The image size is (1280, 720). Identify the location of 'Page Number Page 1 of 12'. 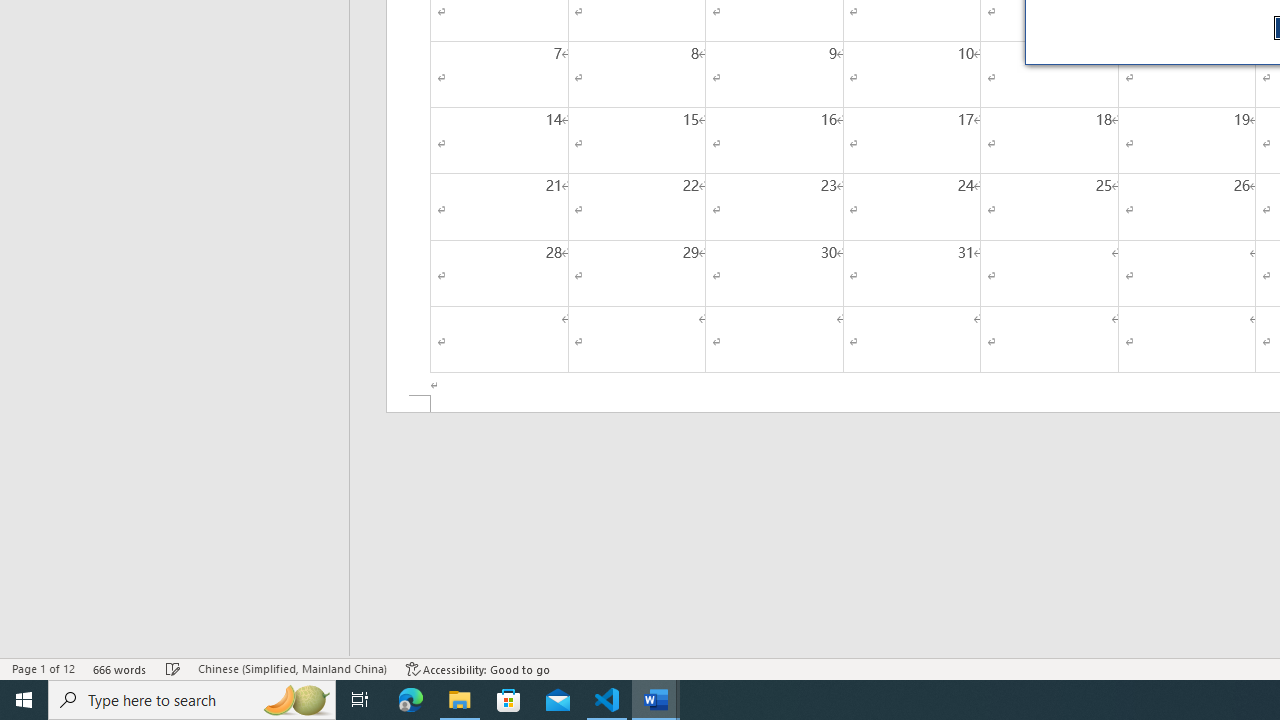
(43, 669).